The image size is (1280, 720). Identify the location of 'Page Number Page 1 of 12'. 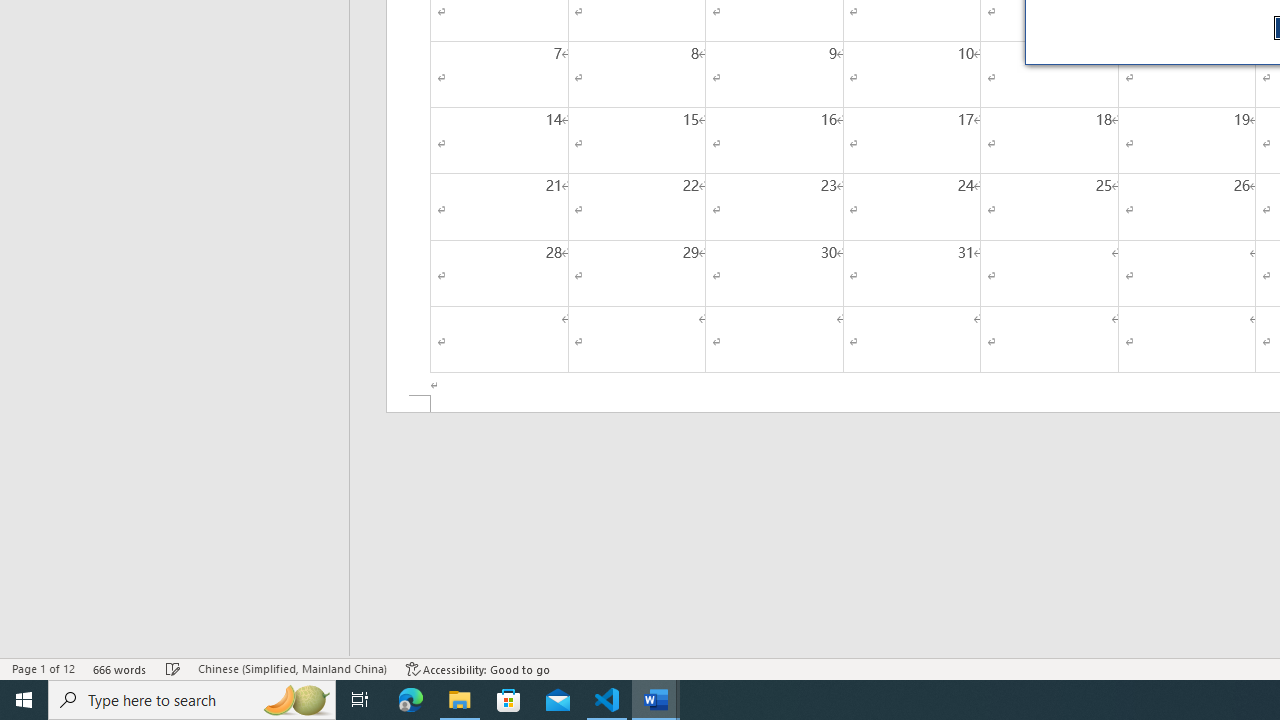
(43, 669).